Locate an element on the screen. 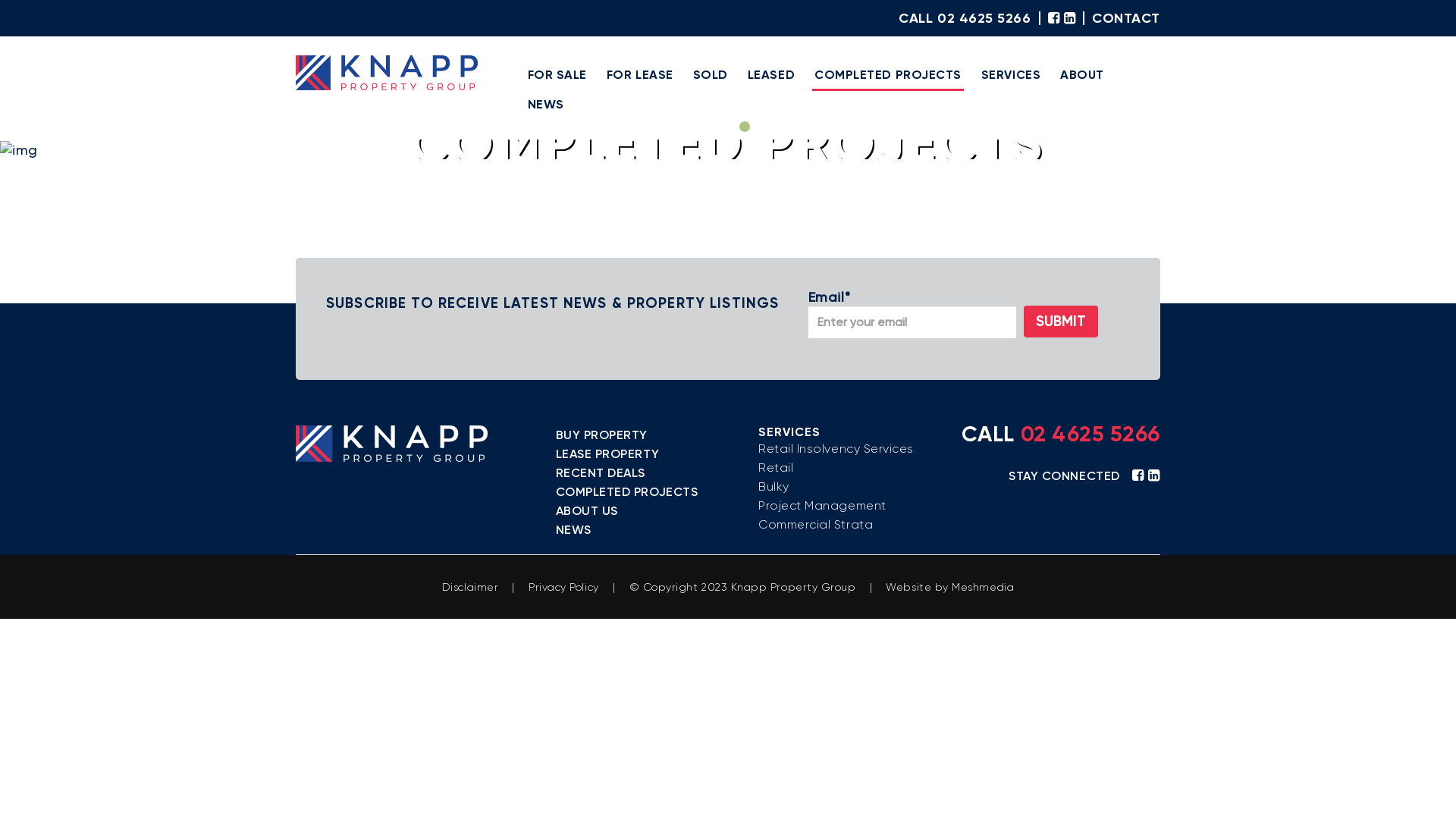  'CONTACT' is located at coordinates (1121, 17).